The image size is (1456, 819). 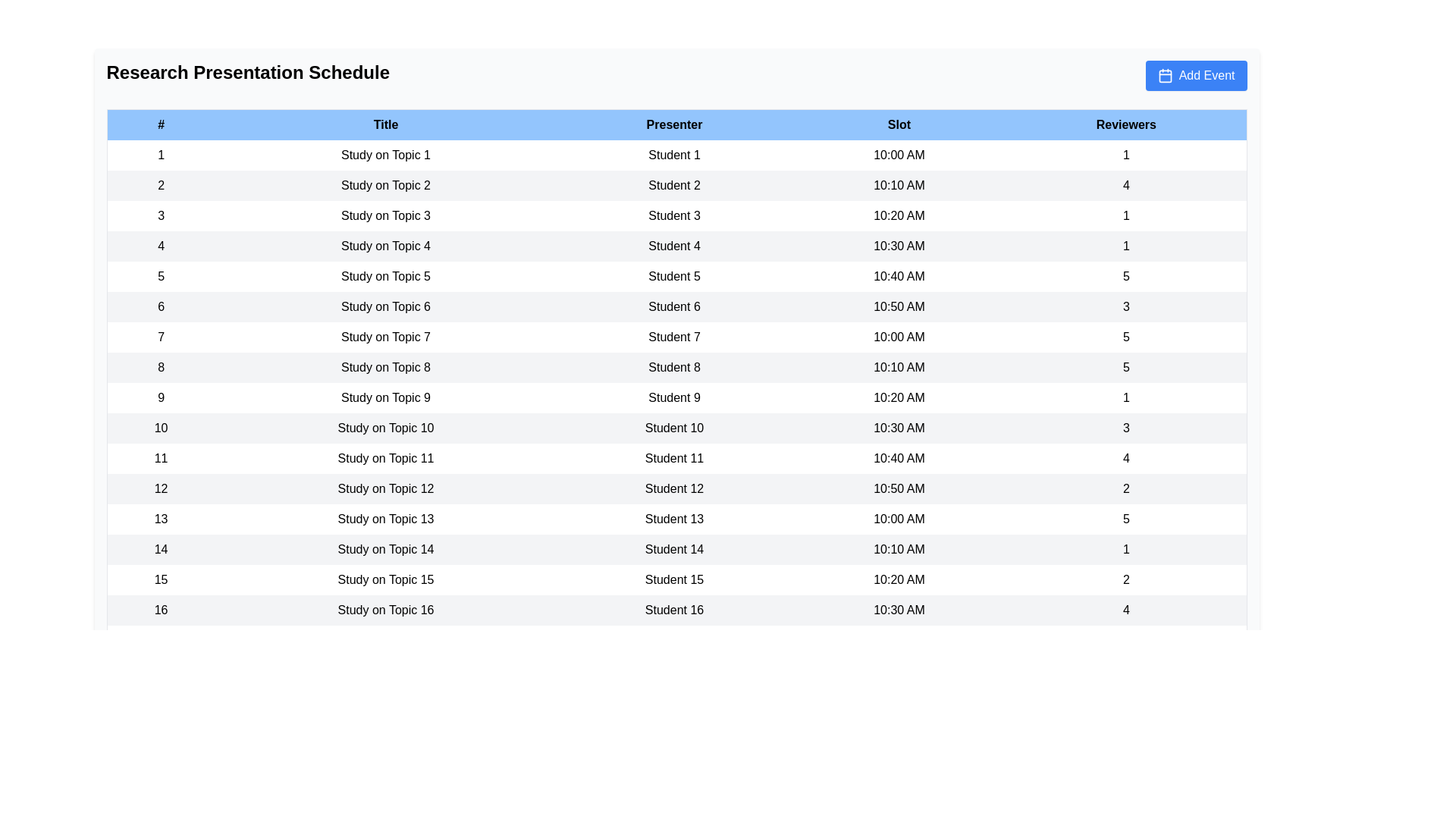 I want to click on the 'Add Event' button to initiate the process of adding a new event, so click(x=1195, y=76).